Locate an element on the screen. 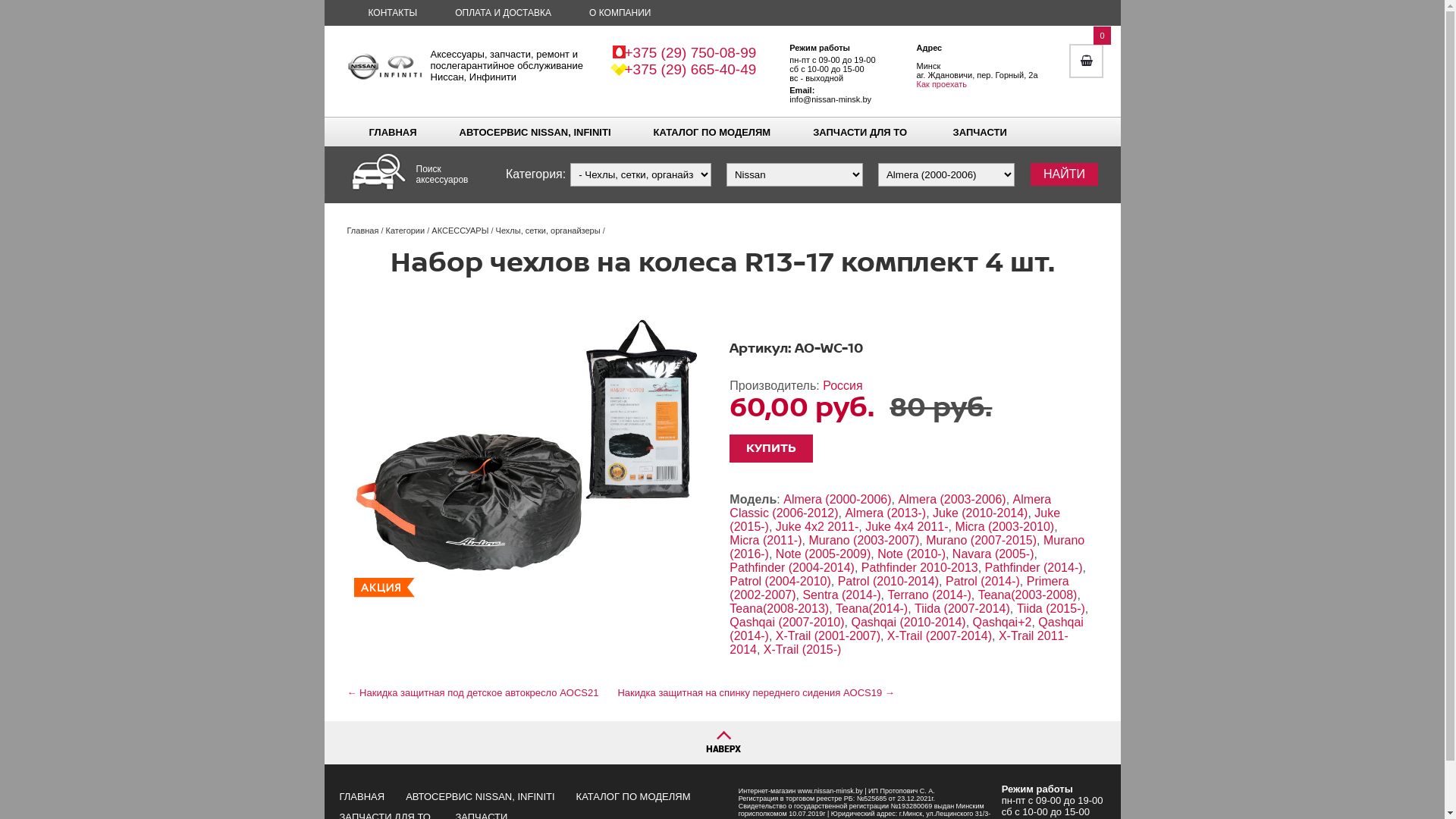 The width and height of the screenshot is (1456, 819). '+375 (29) 665-40-49' is located at coordinates (690, 69).